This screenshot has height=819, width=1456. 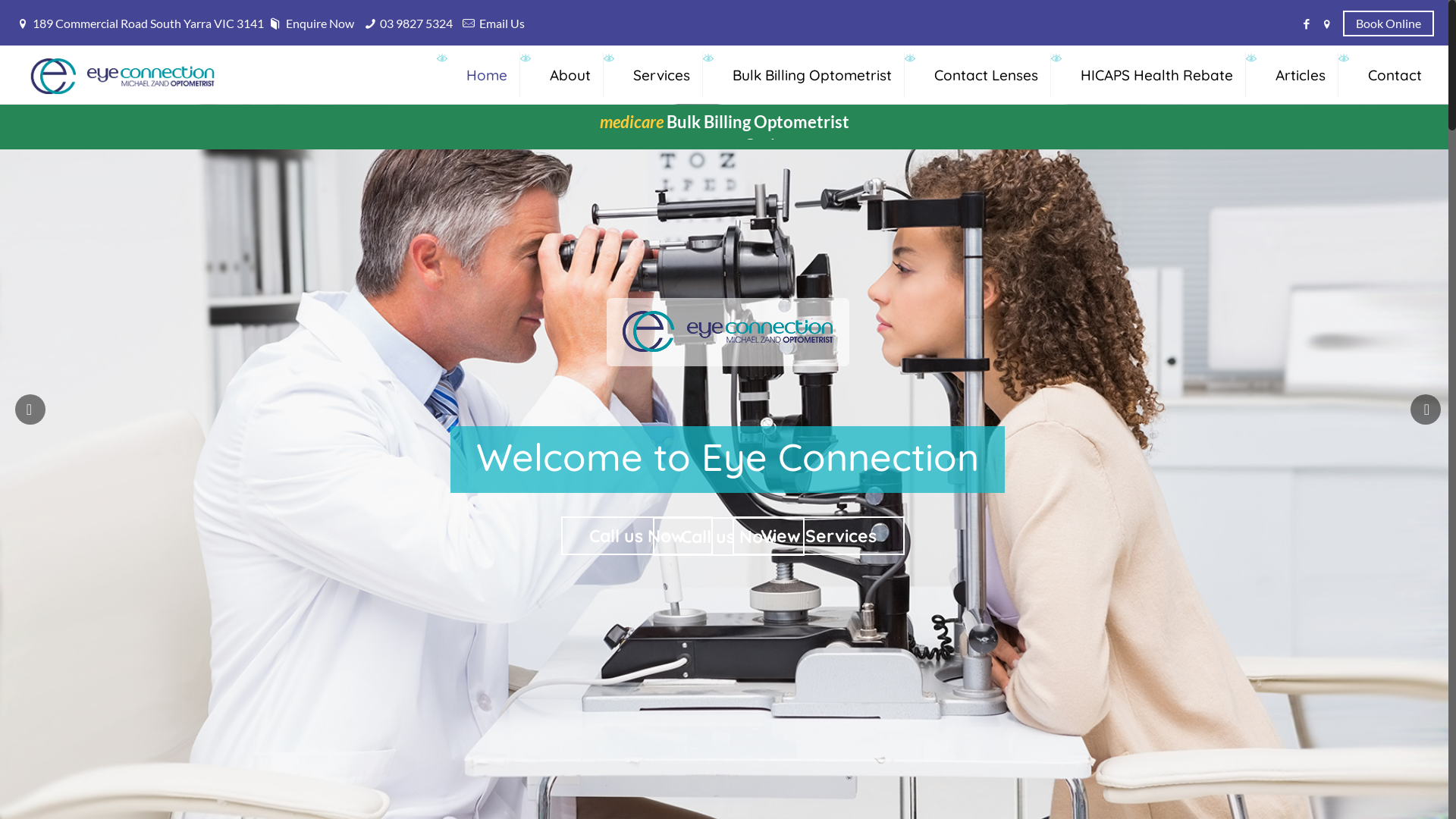 What do you see at coordinates (637, 535) in the screenshot?
I see `'Call us Now'` at bounding box center [637, 535].